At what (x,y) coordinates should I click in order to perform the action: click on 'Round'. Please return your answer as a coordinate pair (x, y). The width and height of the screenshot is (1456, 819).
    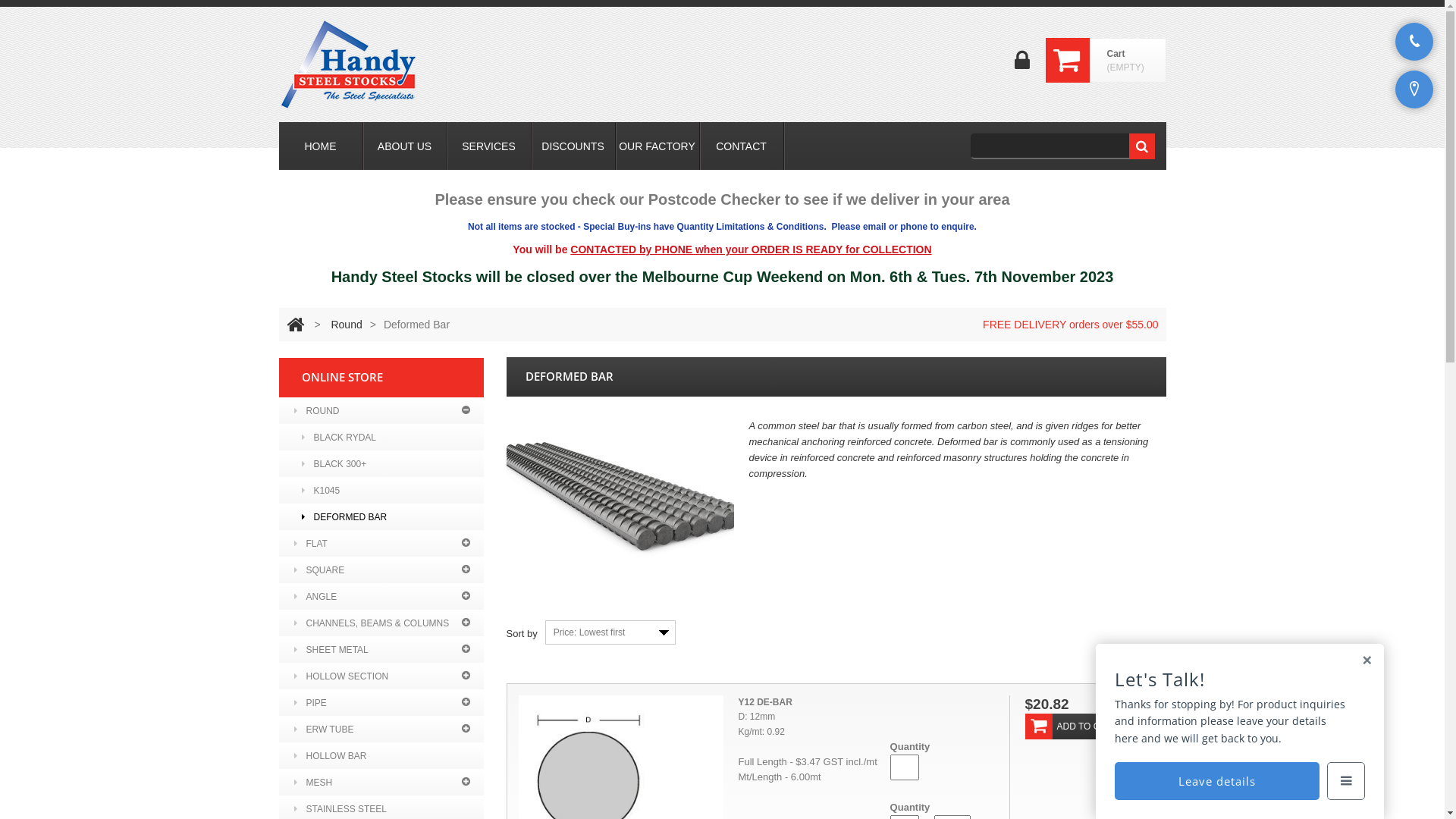
    Looking at the image, I should click on (345, 324).